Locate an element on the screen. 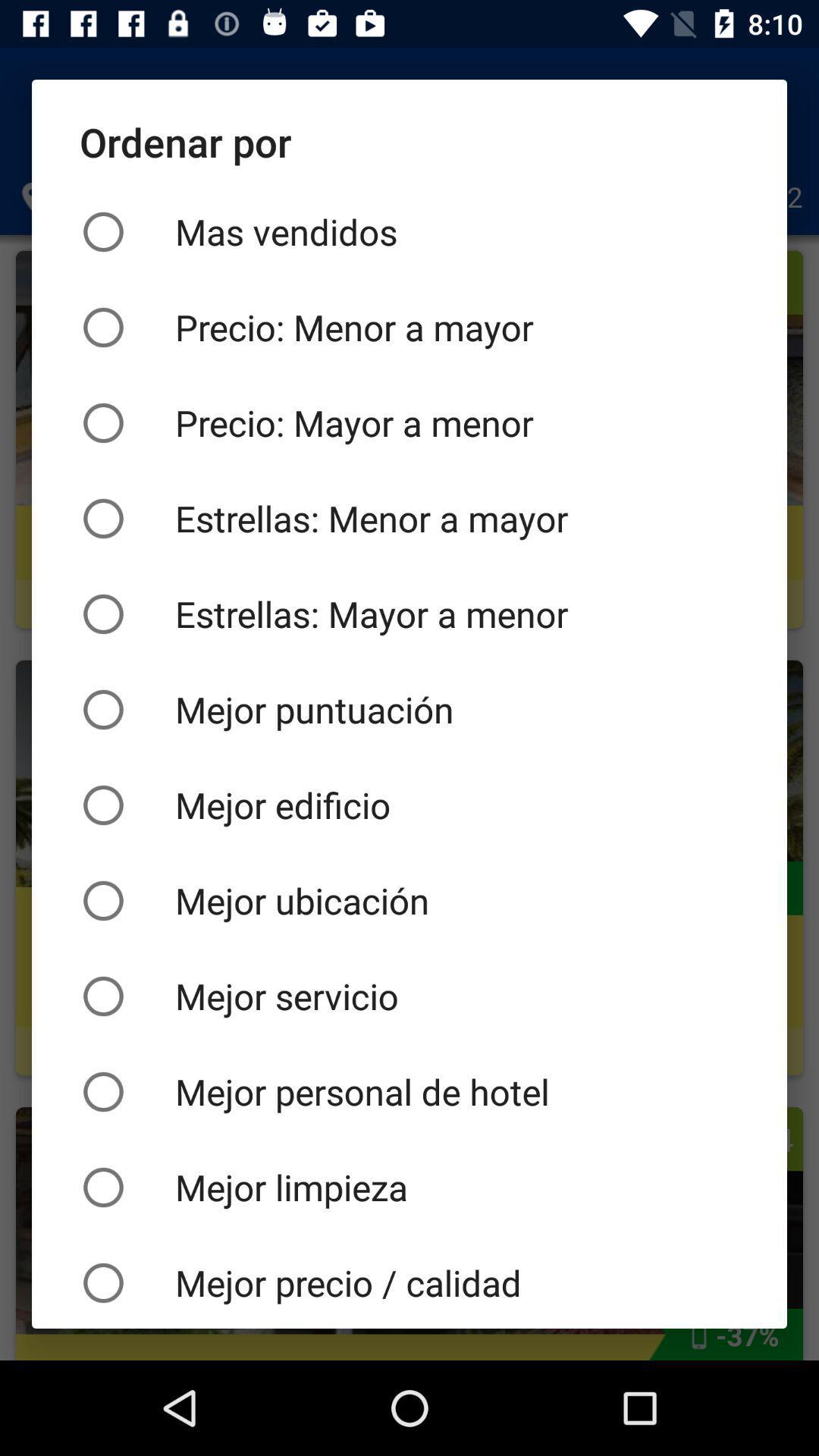  mejor precio / calidad is located at coordinates (409, 1281).